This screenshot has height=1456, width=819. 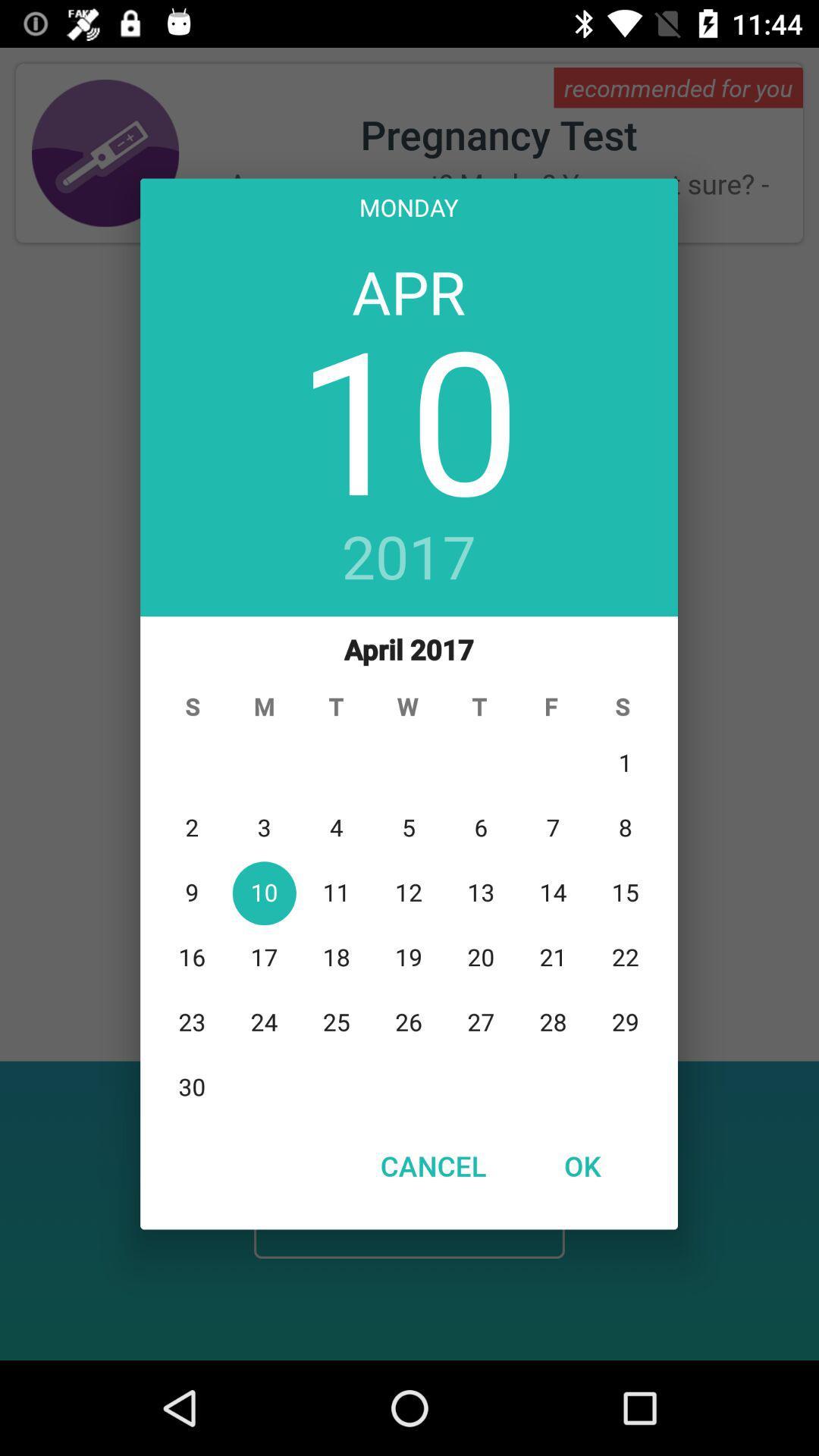 I want to click on item to the right of cancel, so click(x=581, y=1165).